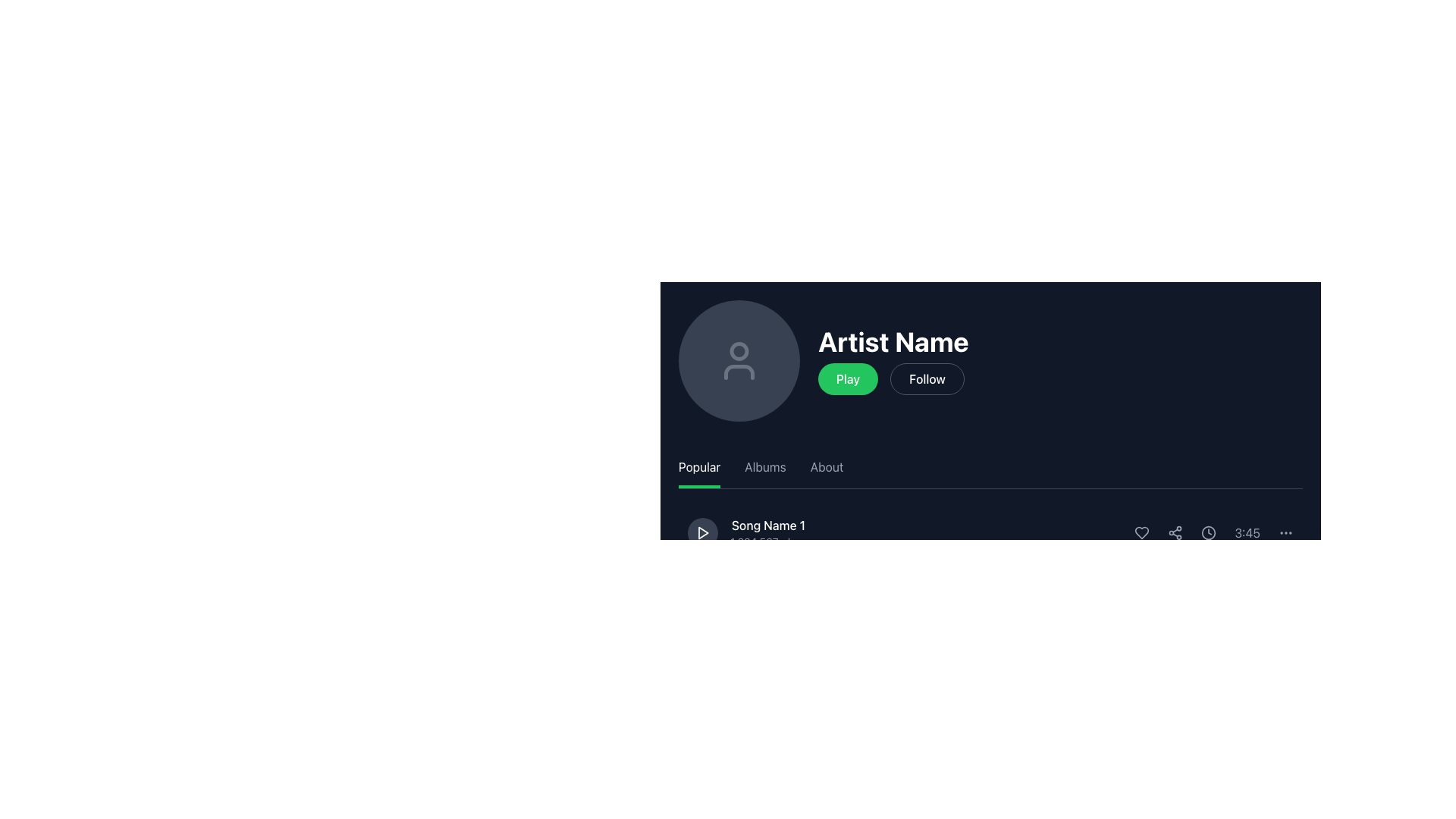 This screenshot has height=819, width=1456. Describe the element at coordinates (768, 525) in the screenshot. I see `text displayed in the song name label located at the top left corner of the 'Popular' song list item` at that location.